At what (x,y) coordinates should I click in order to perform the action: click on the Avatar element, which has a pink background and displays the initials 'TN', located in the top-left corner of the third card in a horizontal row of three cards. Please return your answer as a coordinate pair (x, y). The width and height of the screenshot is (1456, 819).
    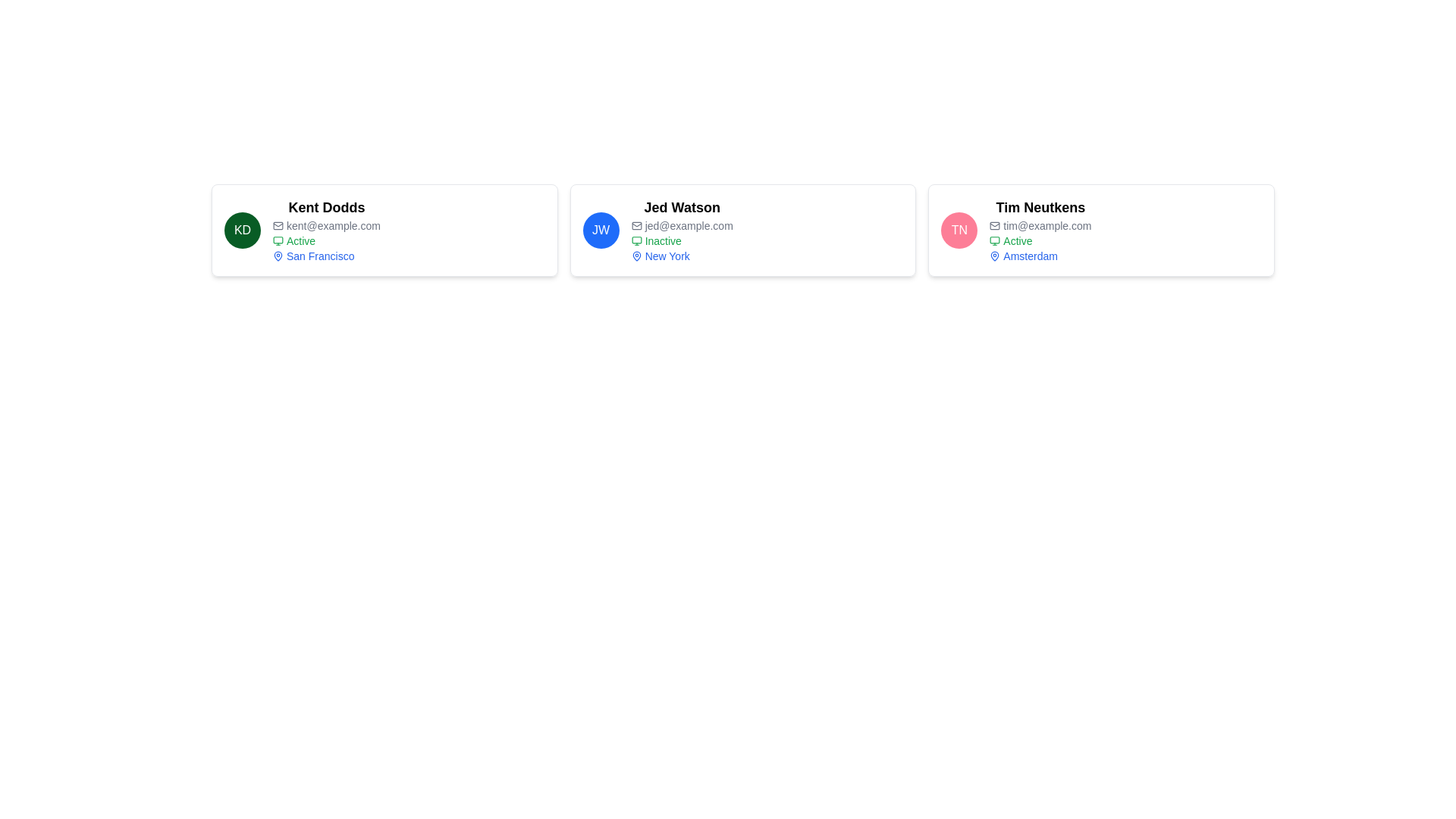
    Looking at the image, I should click on (959, 231).